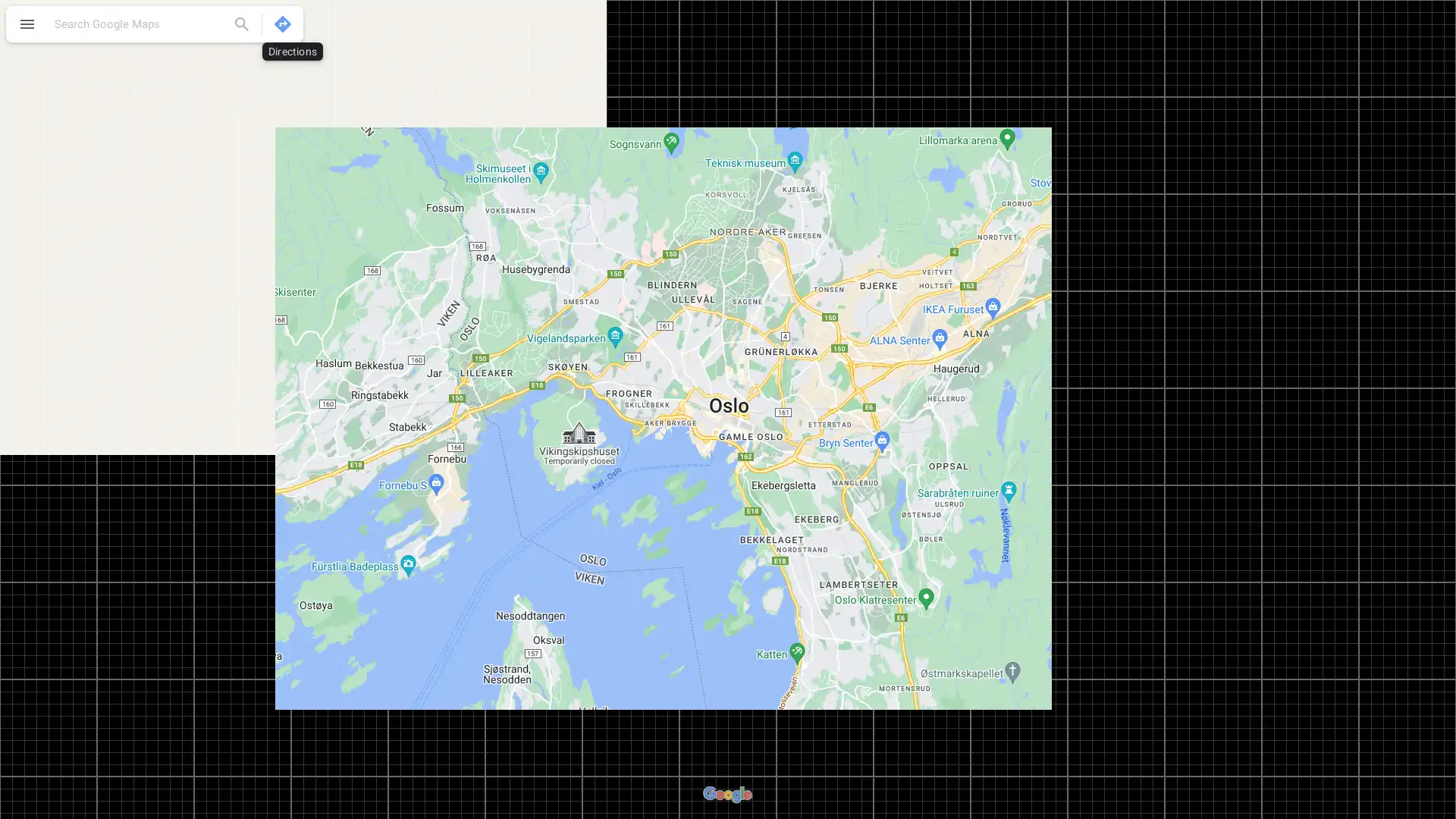 The width and height of the screenshot is (1456, 819). Describe the element at coordinates (240, 24) in the screenshot. I see `Search` at that location.